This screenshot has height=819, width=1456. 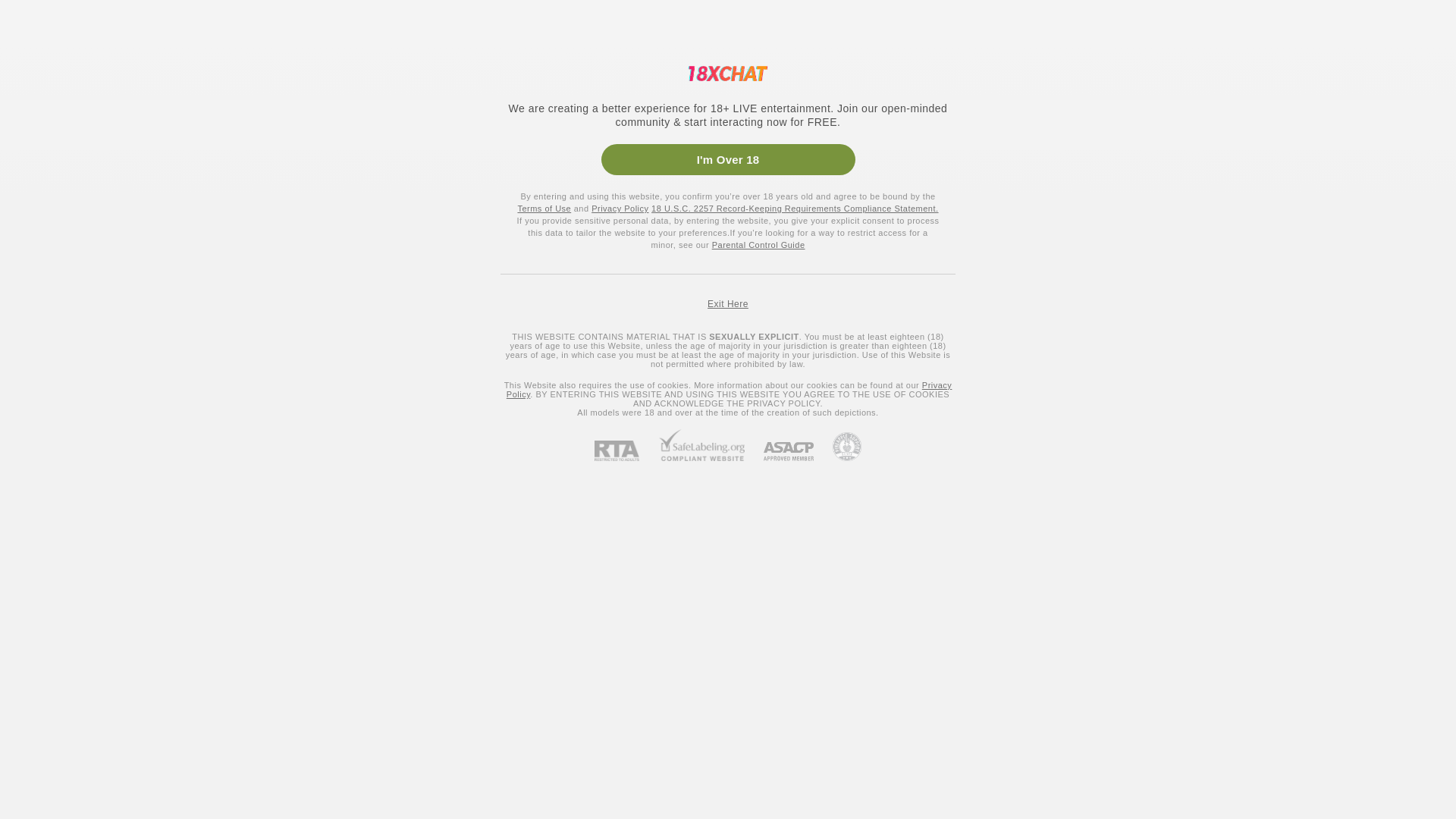 What do you see at coordinates (295, 20) in the screenshot?
I see `'Top Models'` at bounding box center [295, 20].